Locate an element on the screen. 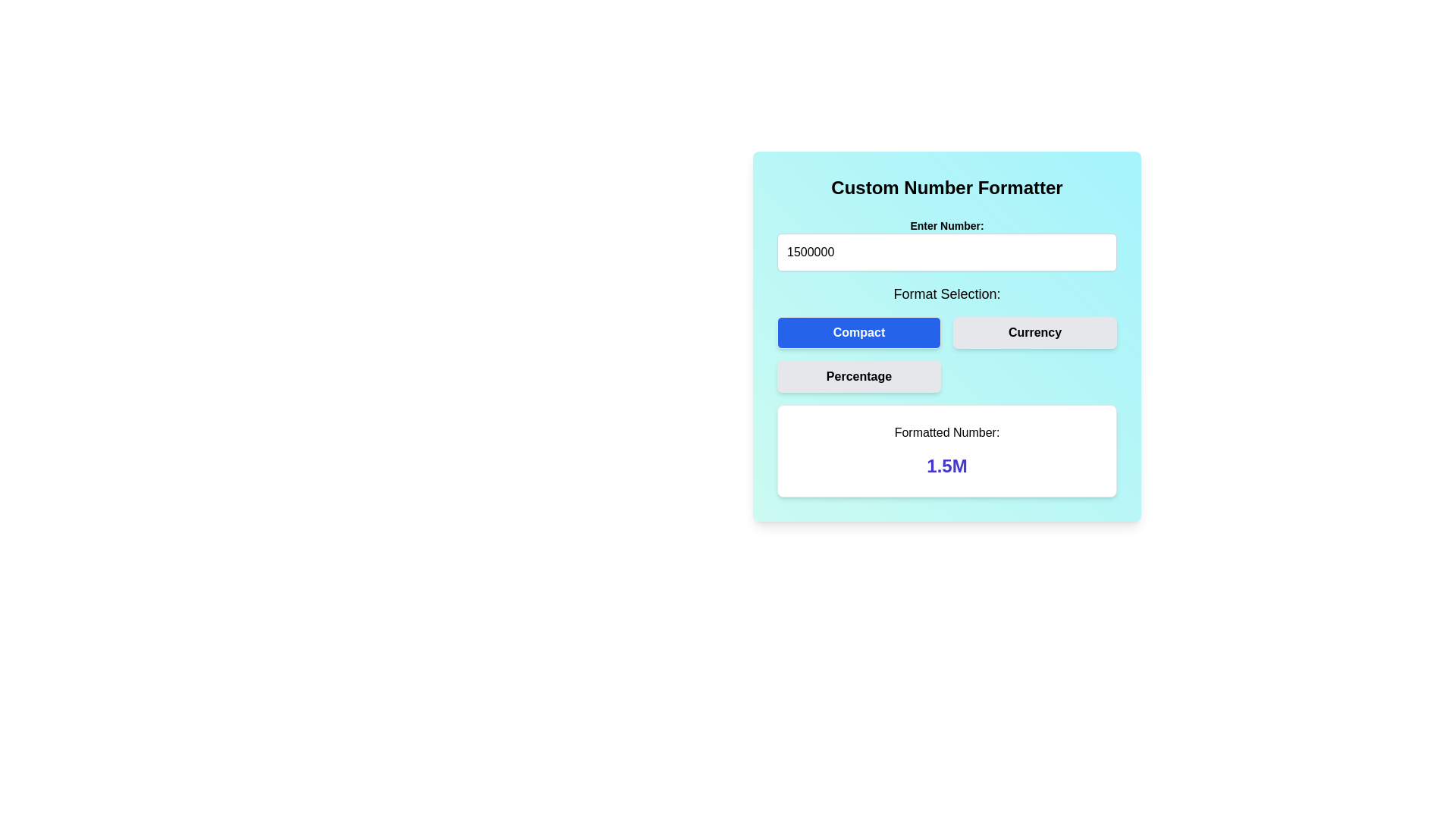  the 'Currency' button located to the right of the 'Compact' button and above the 'Percentage' button is located at coordinates (1034, 332).